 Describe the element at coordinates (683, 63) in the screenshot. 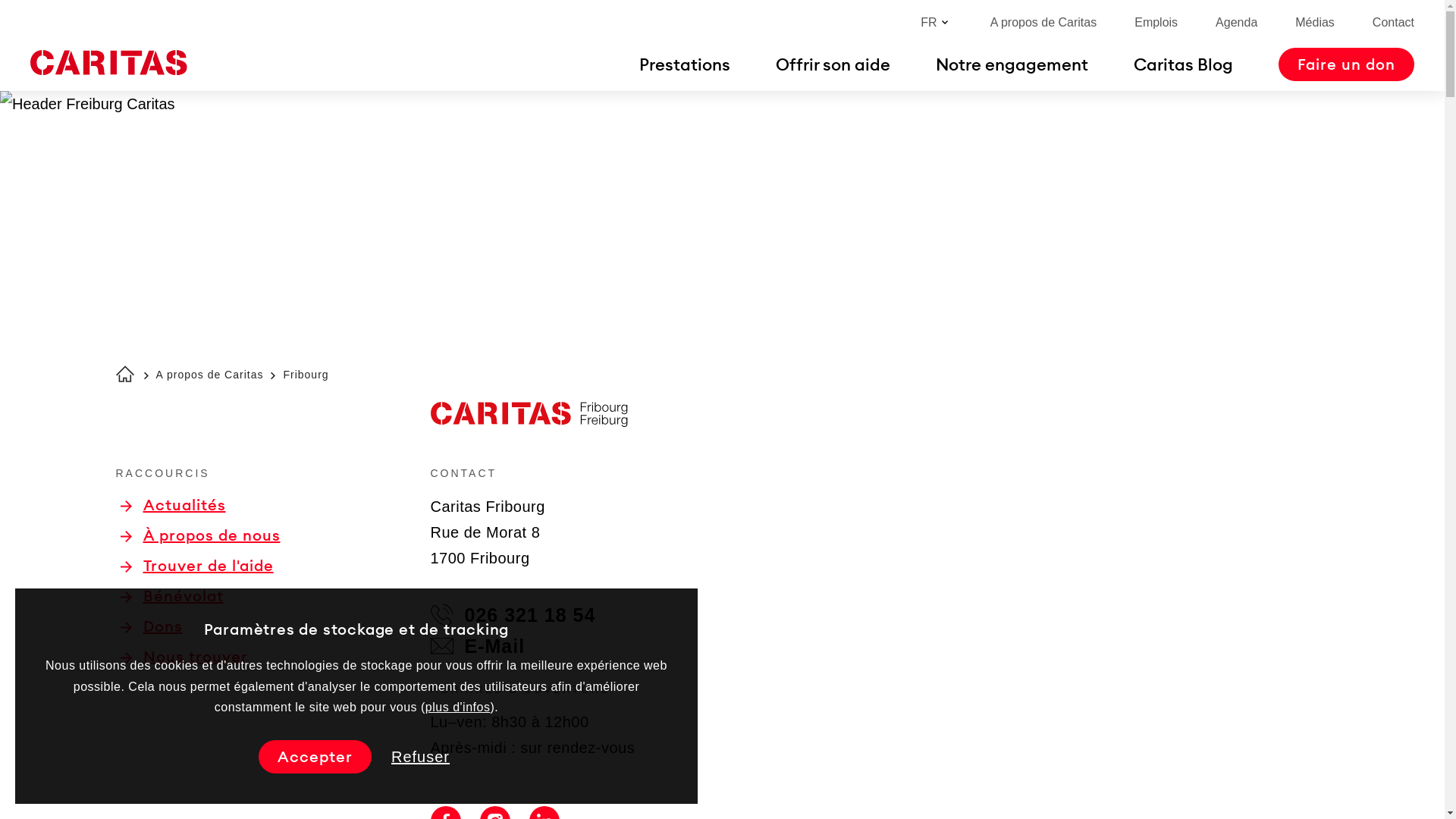

I see `'Prestations'` at that location.